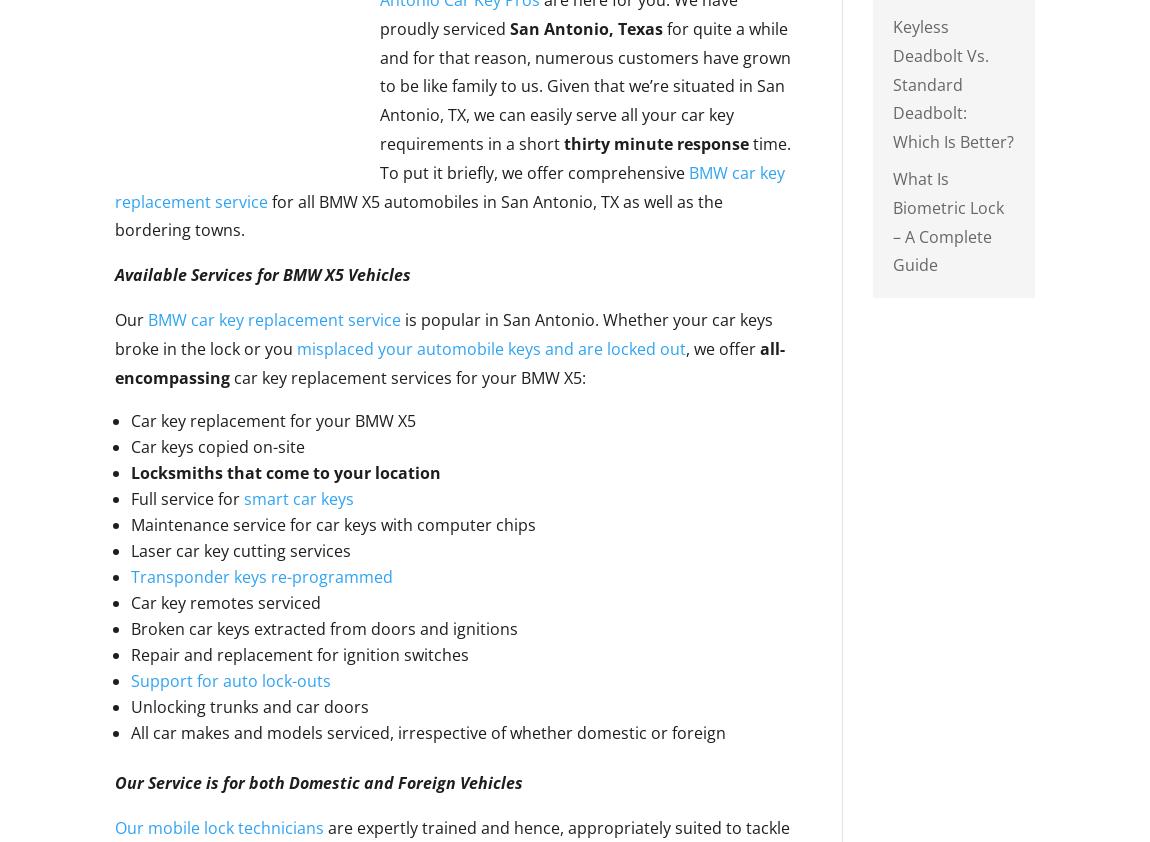  What do you see at coordinates (130, 319) in the screenshot?
I see `'Our'` at bounding box center [130, 319].